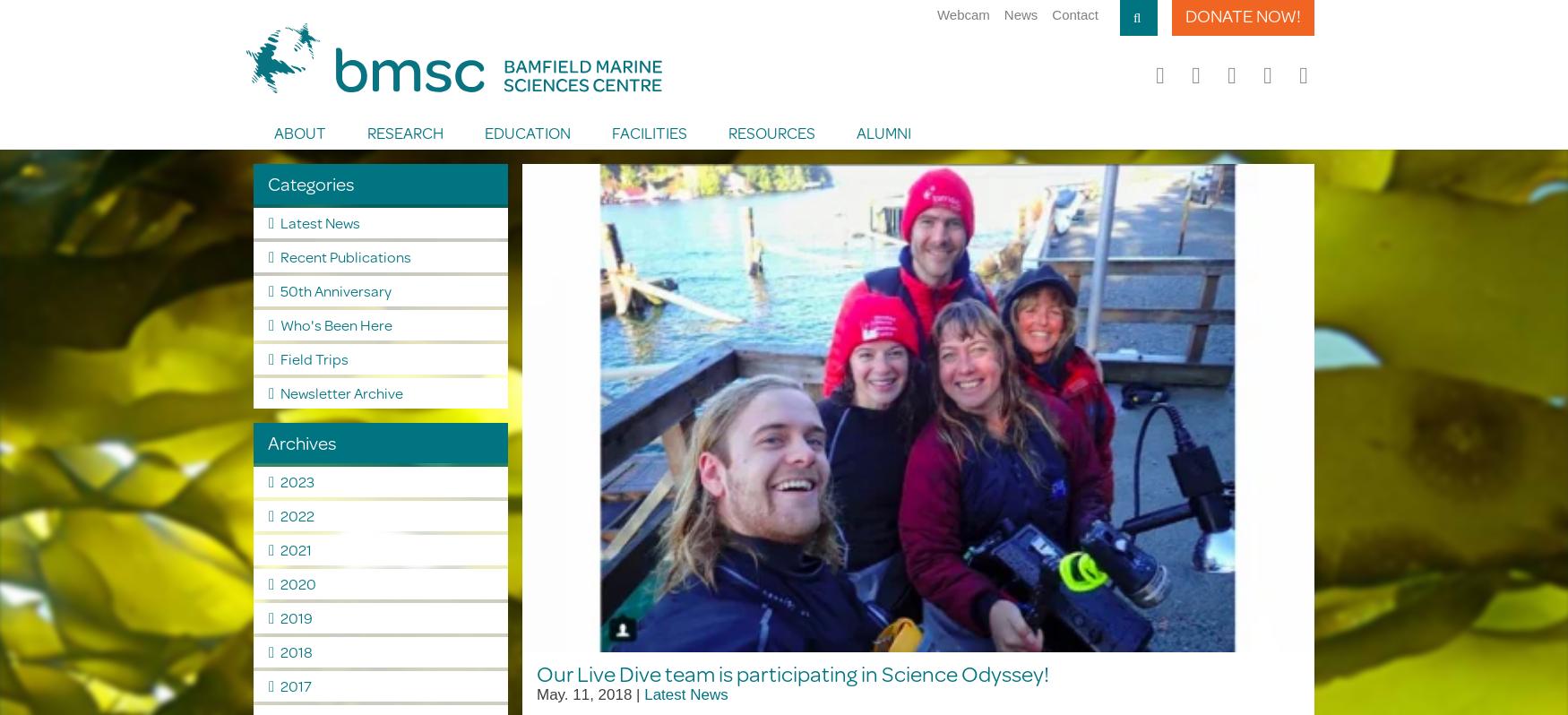  What do you see at coordinates (335, 323) in the screenshot?
I see `'Who's Been Here'` at bounding box center [335, 323].